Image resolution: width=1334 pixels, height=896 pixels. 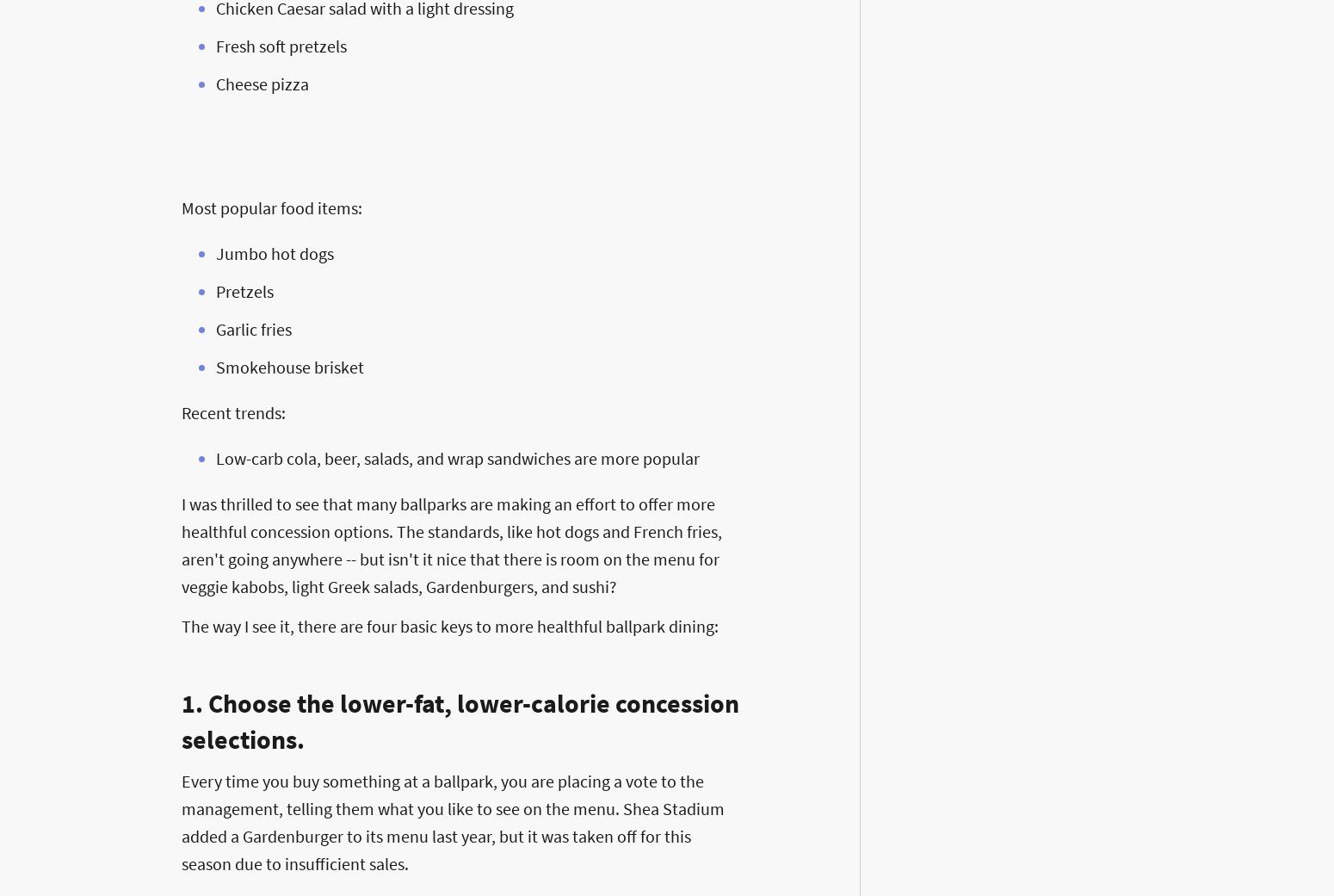 I want to click on 'Smokehouse brisket', so click(x=288, y=366).